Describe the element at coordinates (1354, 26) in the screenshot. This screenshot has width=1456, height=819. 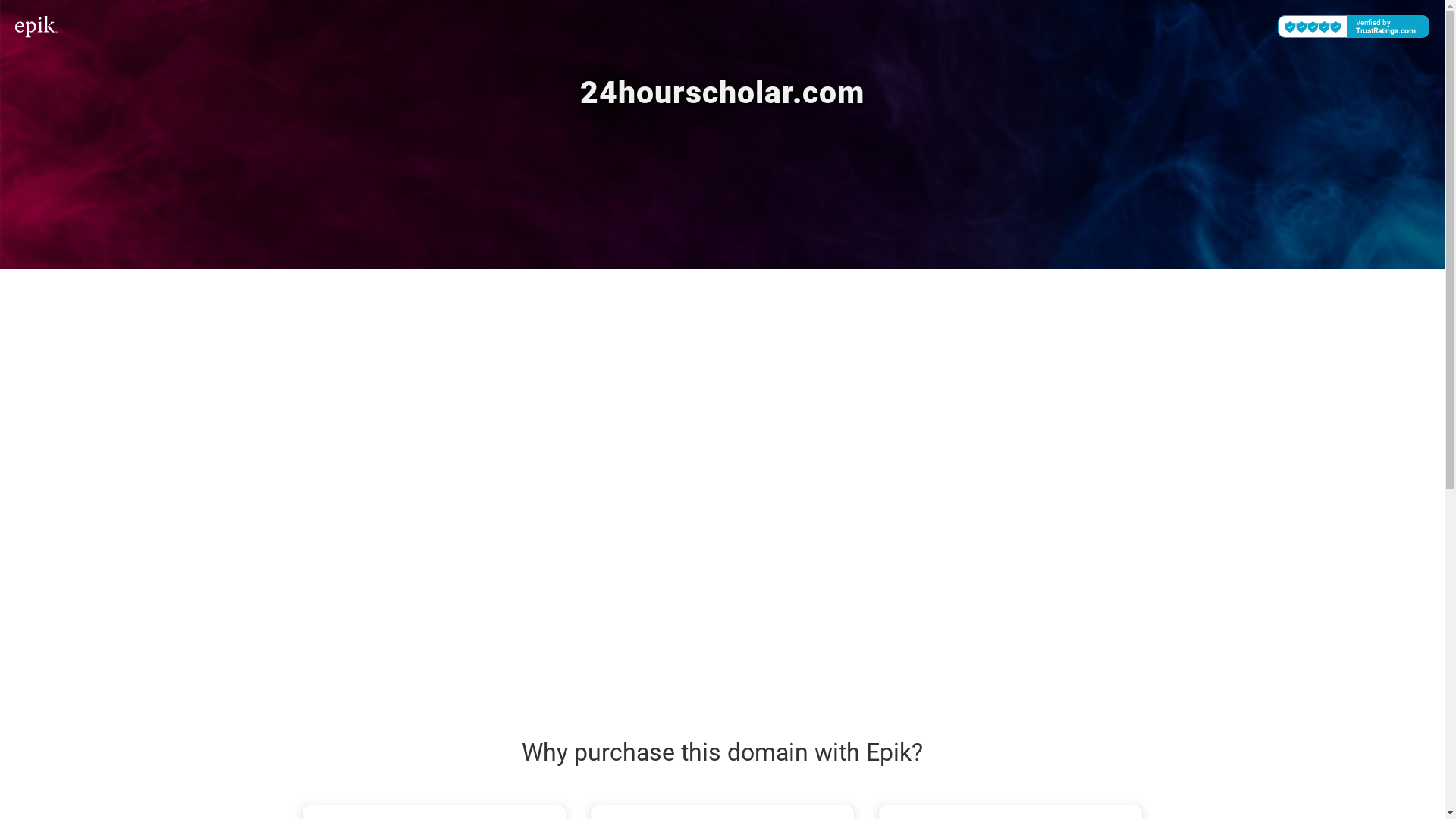
I see `'Verified by TrustRatings.com'` at that location.